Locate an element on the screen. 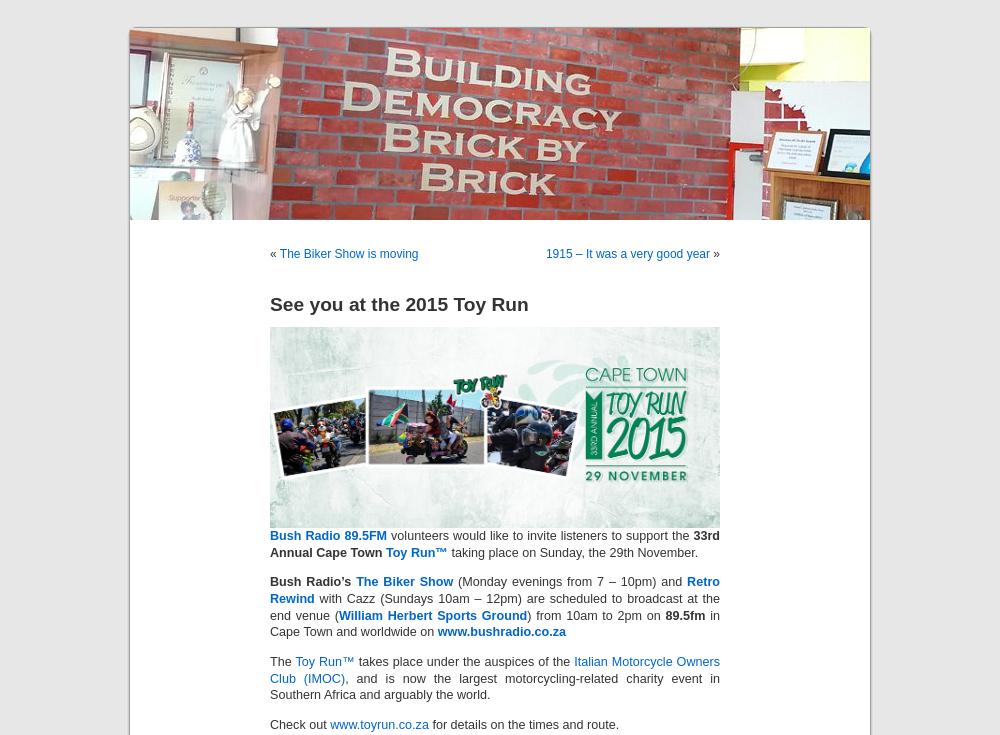 The image size is (1000, 735). 'The' is located at coordinates (282, 659).